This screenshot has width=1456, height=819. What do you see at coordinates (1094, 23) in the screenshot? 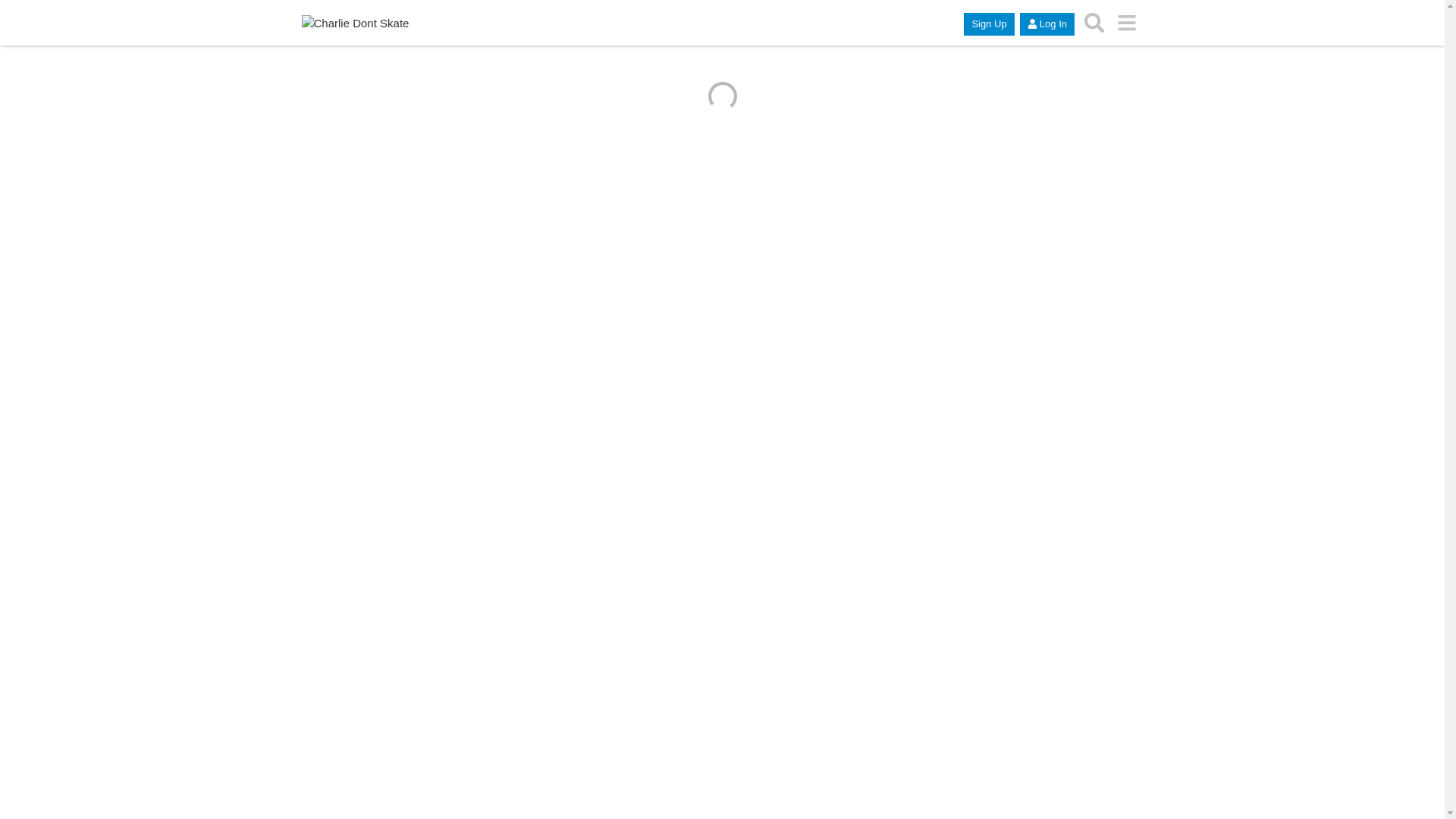
I see `'search topics, posts, users, or categories'` at bounding box center [1094, 23].